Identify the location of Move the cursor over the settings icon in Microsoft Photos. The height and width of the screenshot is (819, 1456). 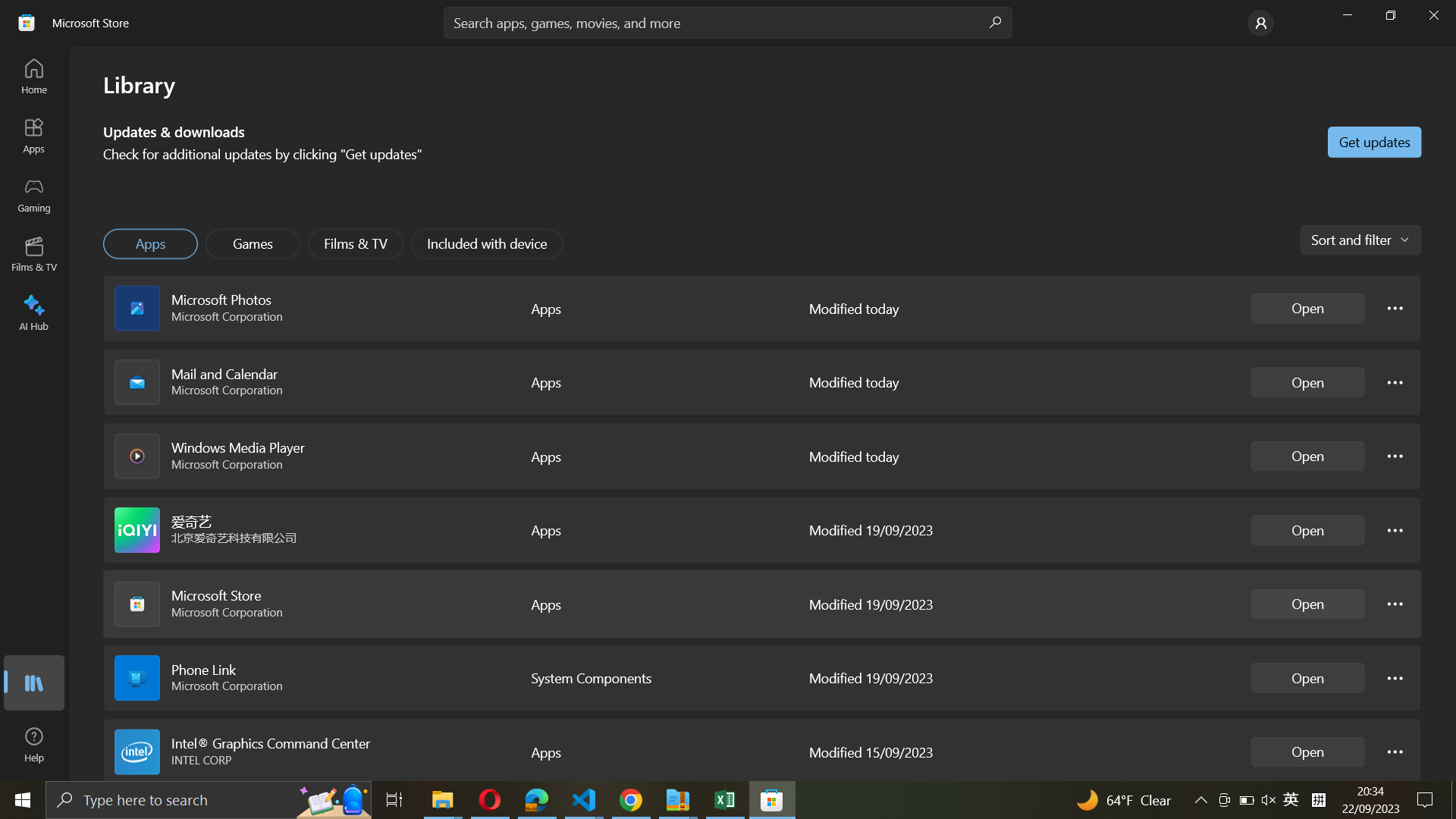
(2676856, 333333).